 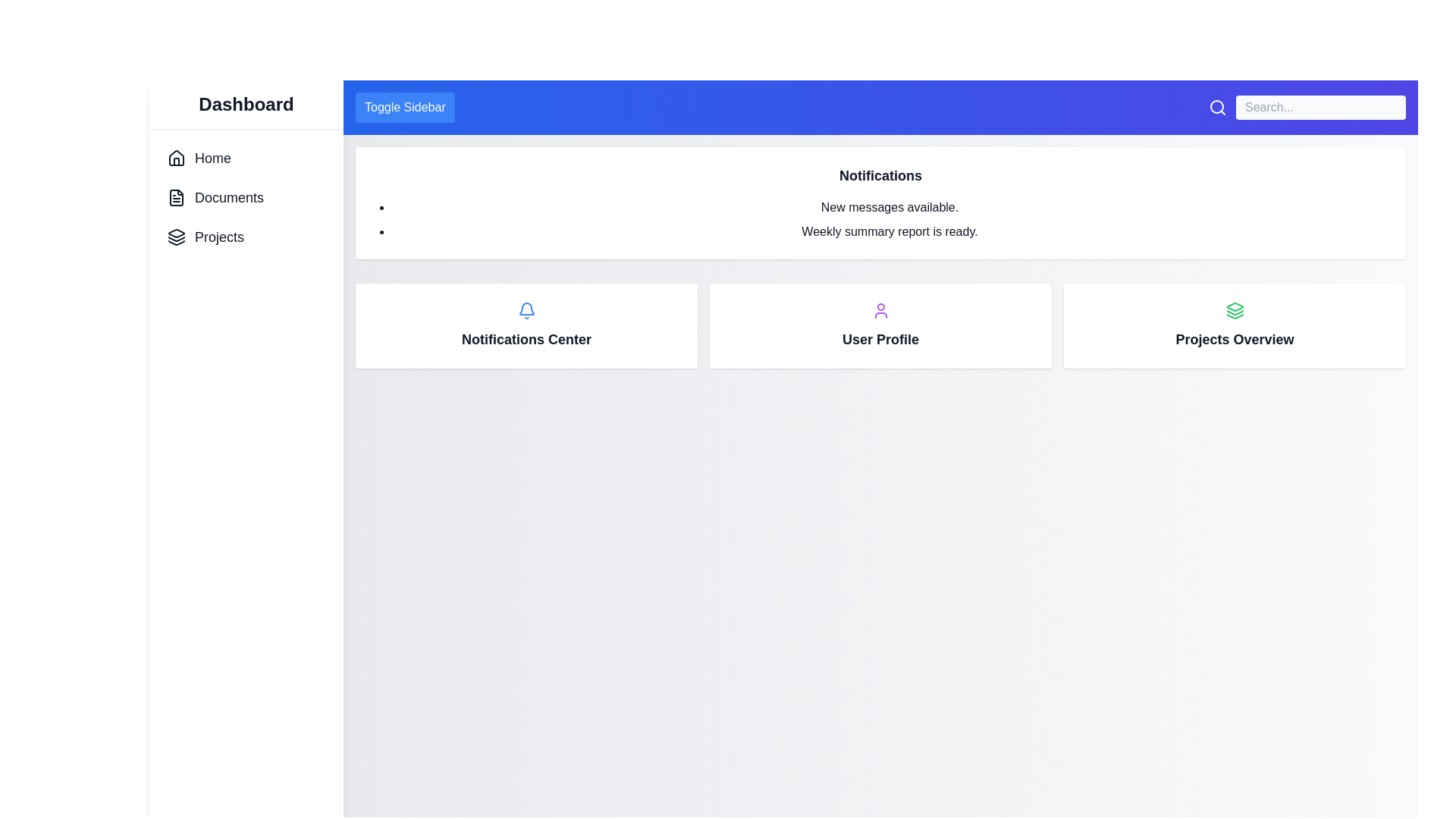 I want to click on the 'Home' navigation icon located in the sidebar menu, positioned to the left of the text label 'Home', so click(x=177, y=158).